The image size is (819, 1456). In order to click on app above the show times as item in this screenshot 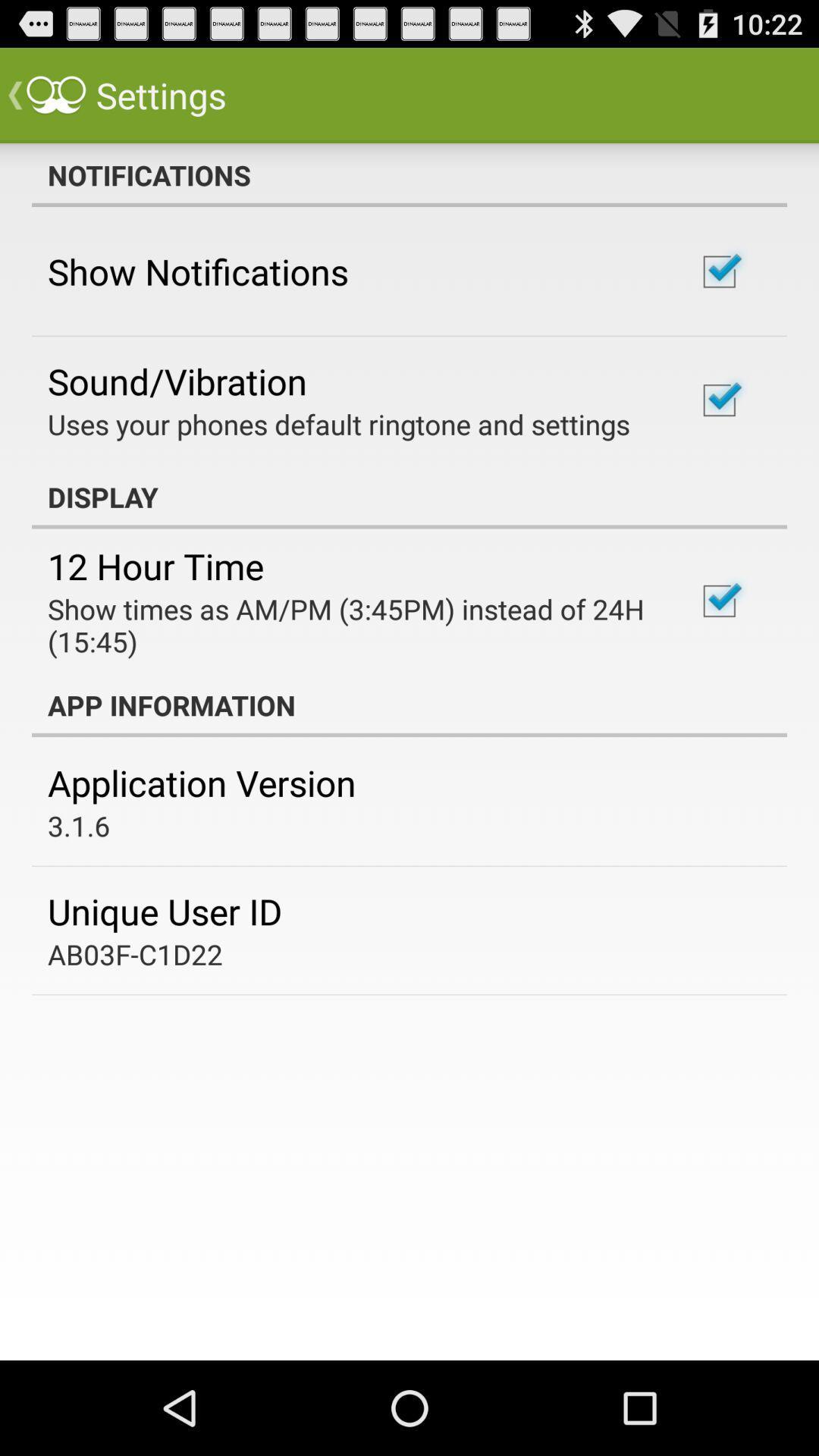, I will do `click(155, 565)`.